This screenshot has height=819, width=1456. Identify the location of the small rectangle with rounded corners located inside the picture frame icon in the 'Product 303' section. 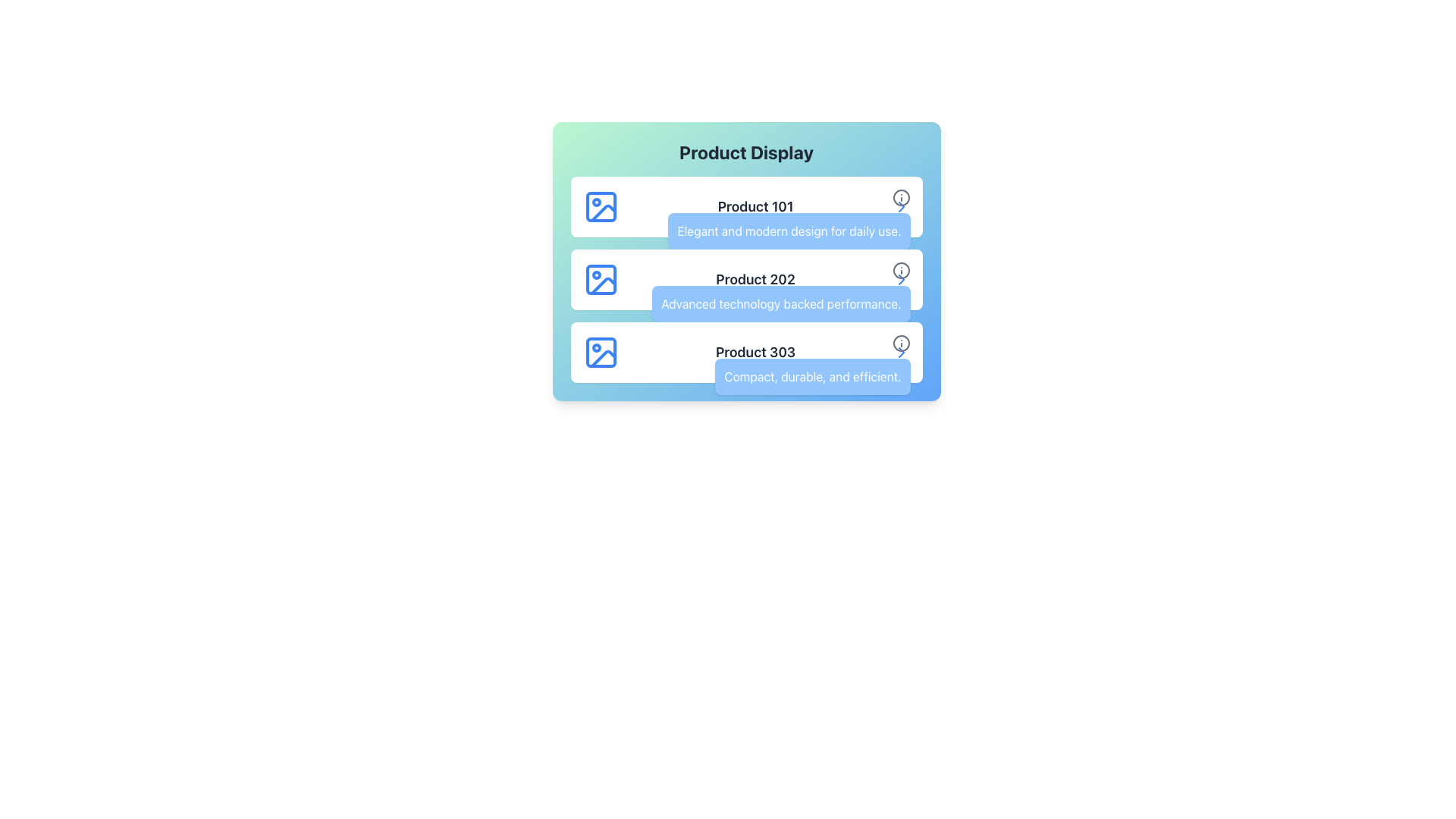
(600, 353).